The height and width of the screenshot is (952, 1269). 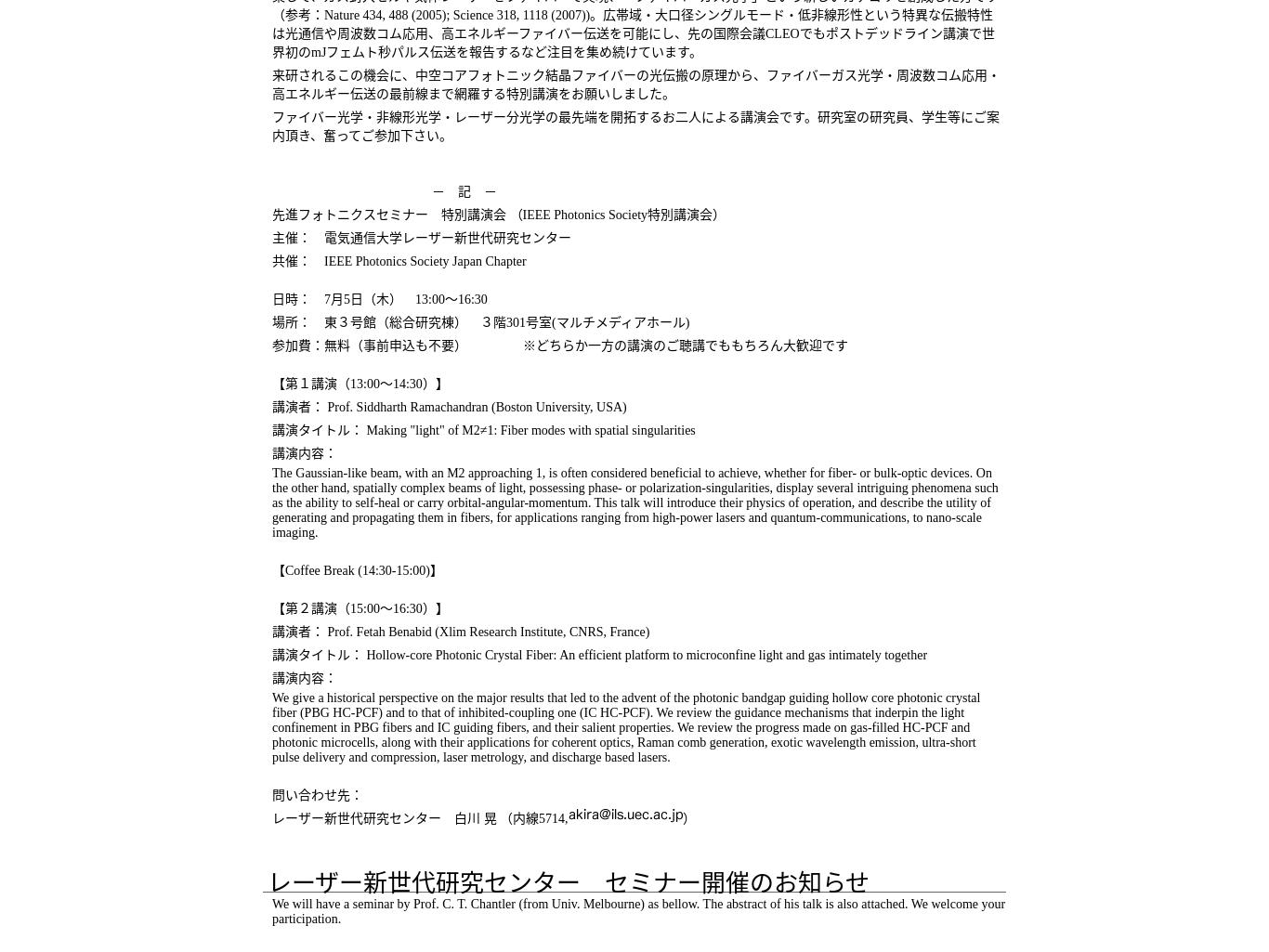 What do you see at coordinates (449, 406) in the screenshot?
I see `'講演者：  Prof. Siddharth Ramachandran (Boston University, USA)'` at bounding box center [449, 406].